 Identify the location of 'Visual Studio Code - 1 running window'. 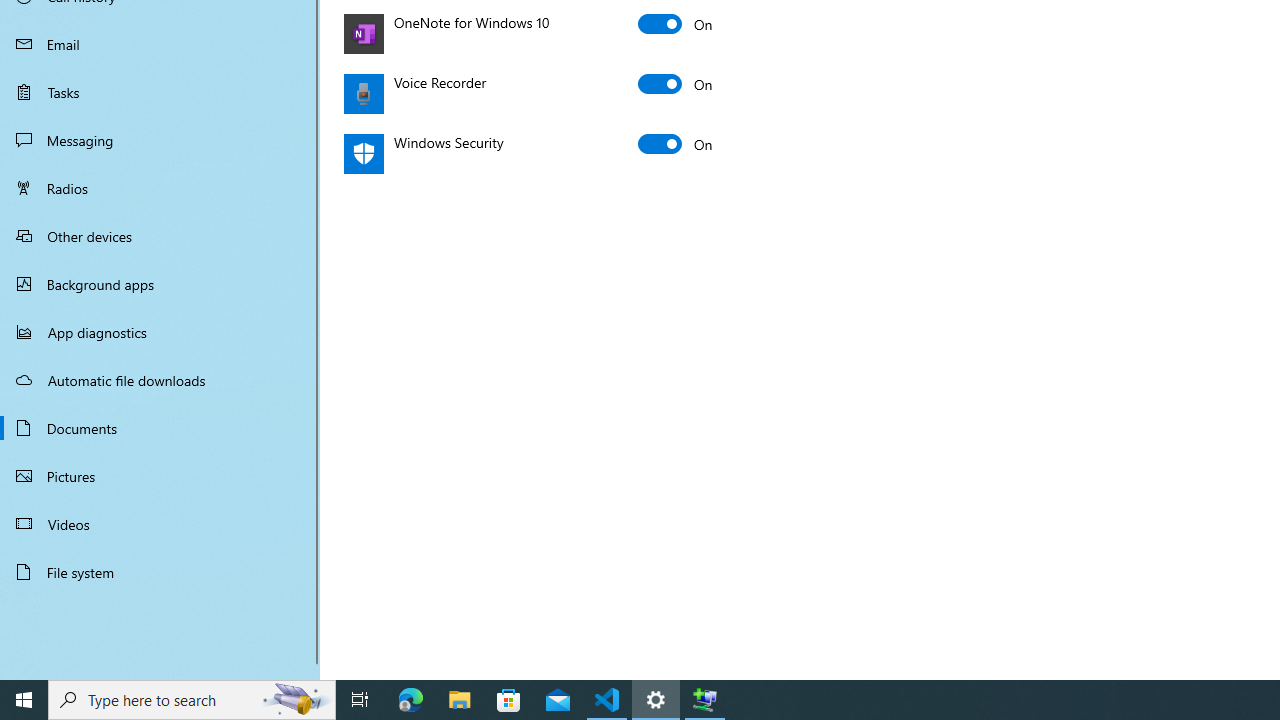
(606, 698).